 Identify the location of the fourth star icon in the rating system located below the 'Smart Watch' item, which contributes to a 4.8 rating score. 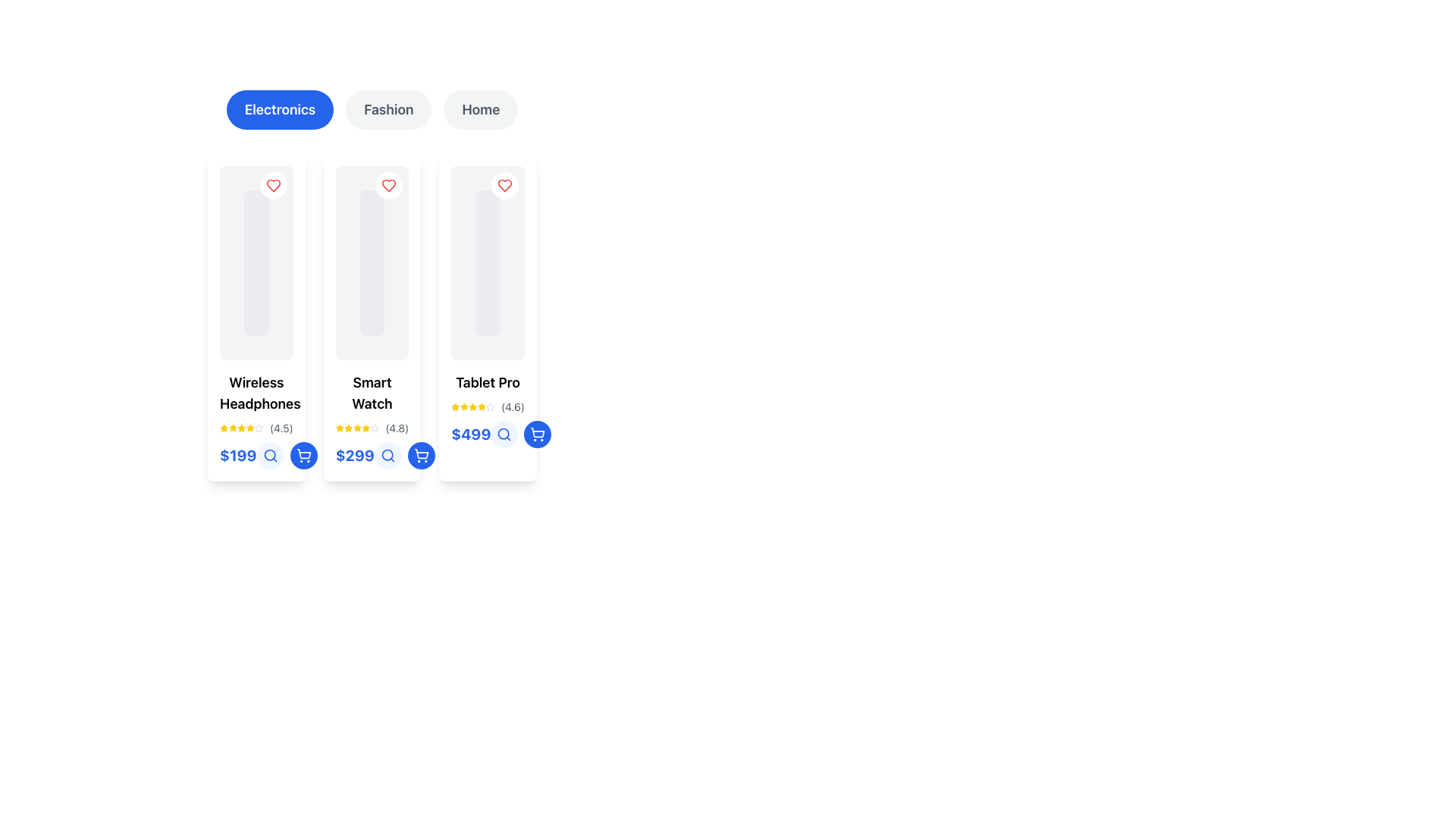
(356, 428).